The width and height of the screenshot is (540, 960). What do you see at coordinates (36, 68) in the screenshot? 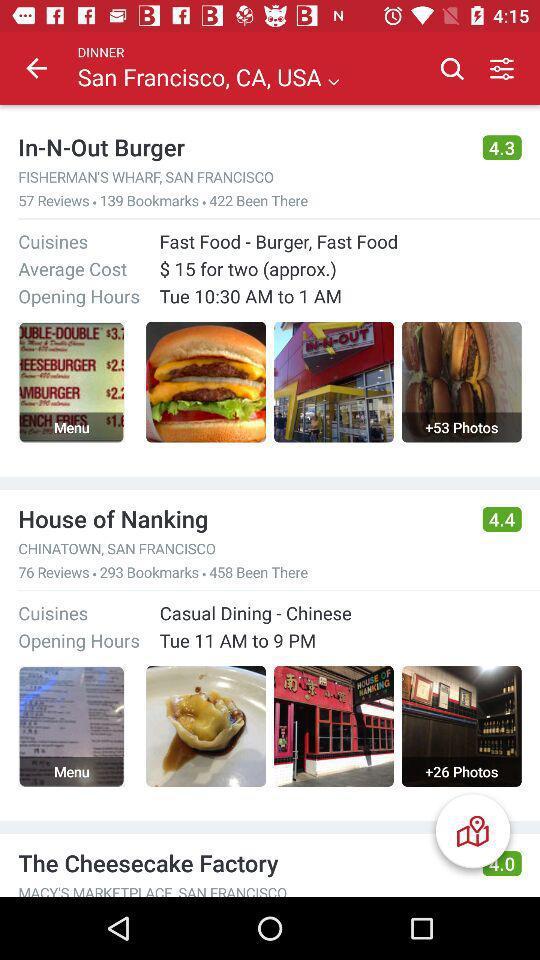
I see `item above in n out icon` at bounding box center [36, 68].